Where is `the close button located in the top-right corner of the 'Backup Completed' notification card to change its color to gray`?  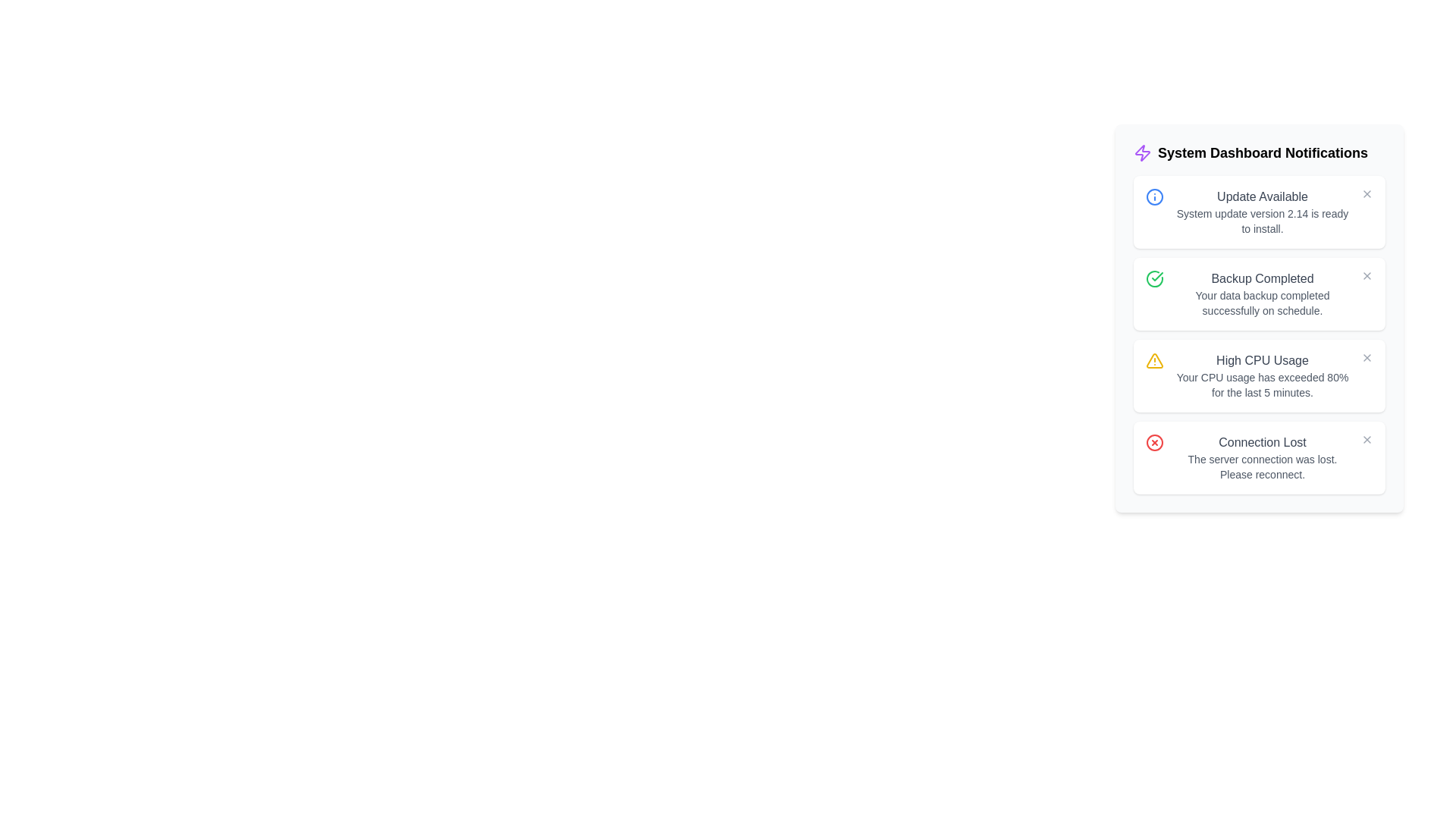 the close button located in the top-right corner of the 'Backup Completed' notification card to change its color to gray is located at coordinates (1367, 275).